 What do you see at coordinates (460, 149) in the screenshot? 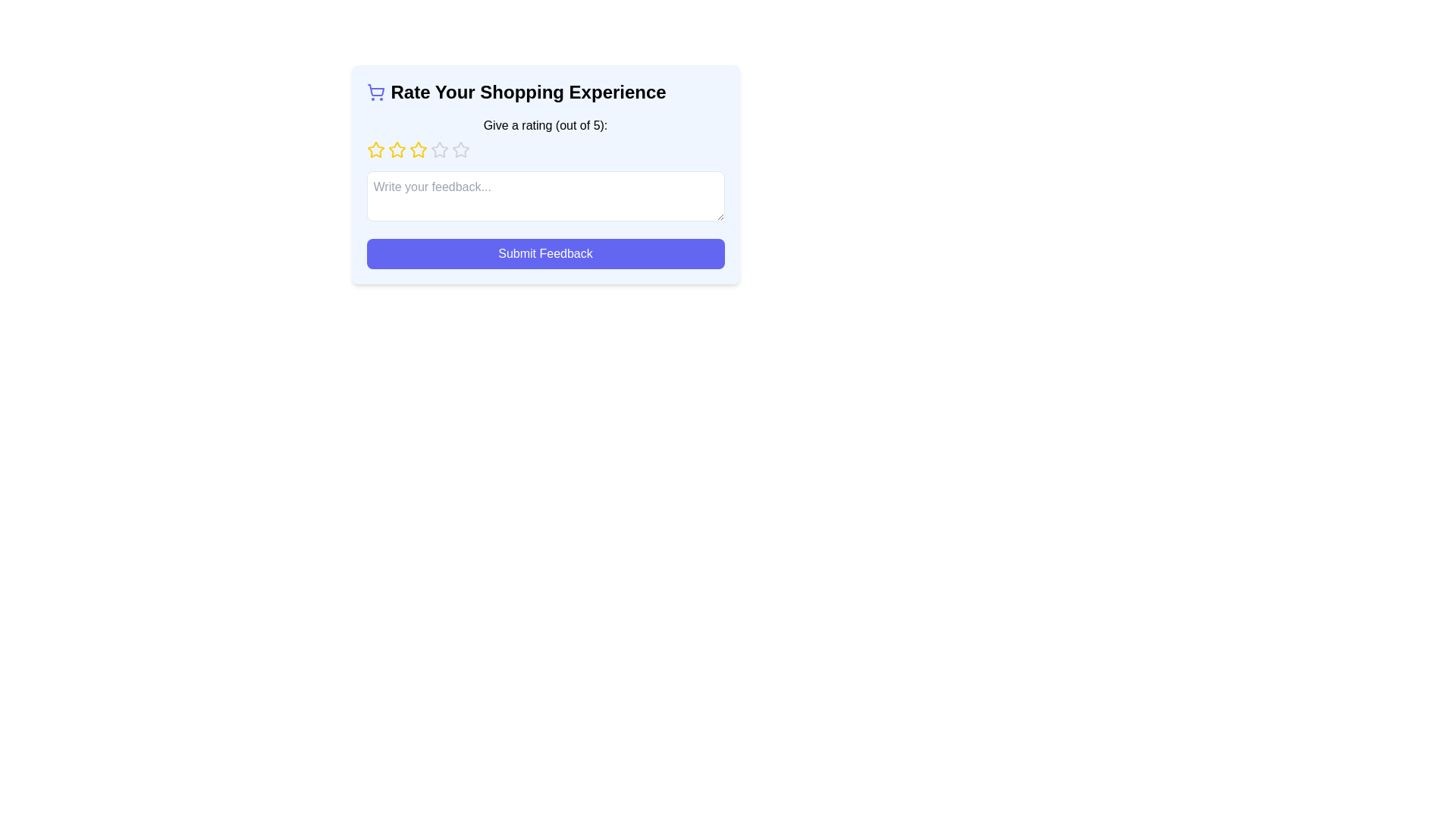
I see `the fourth star icon in the feedback section` at bounding box center [460, 149].